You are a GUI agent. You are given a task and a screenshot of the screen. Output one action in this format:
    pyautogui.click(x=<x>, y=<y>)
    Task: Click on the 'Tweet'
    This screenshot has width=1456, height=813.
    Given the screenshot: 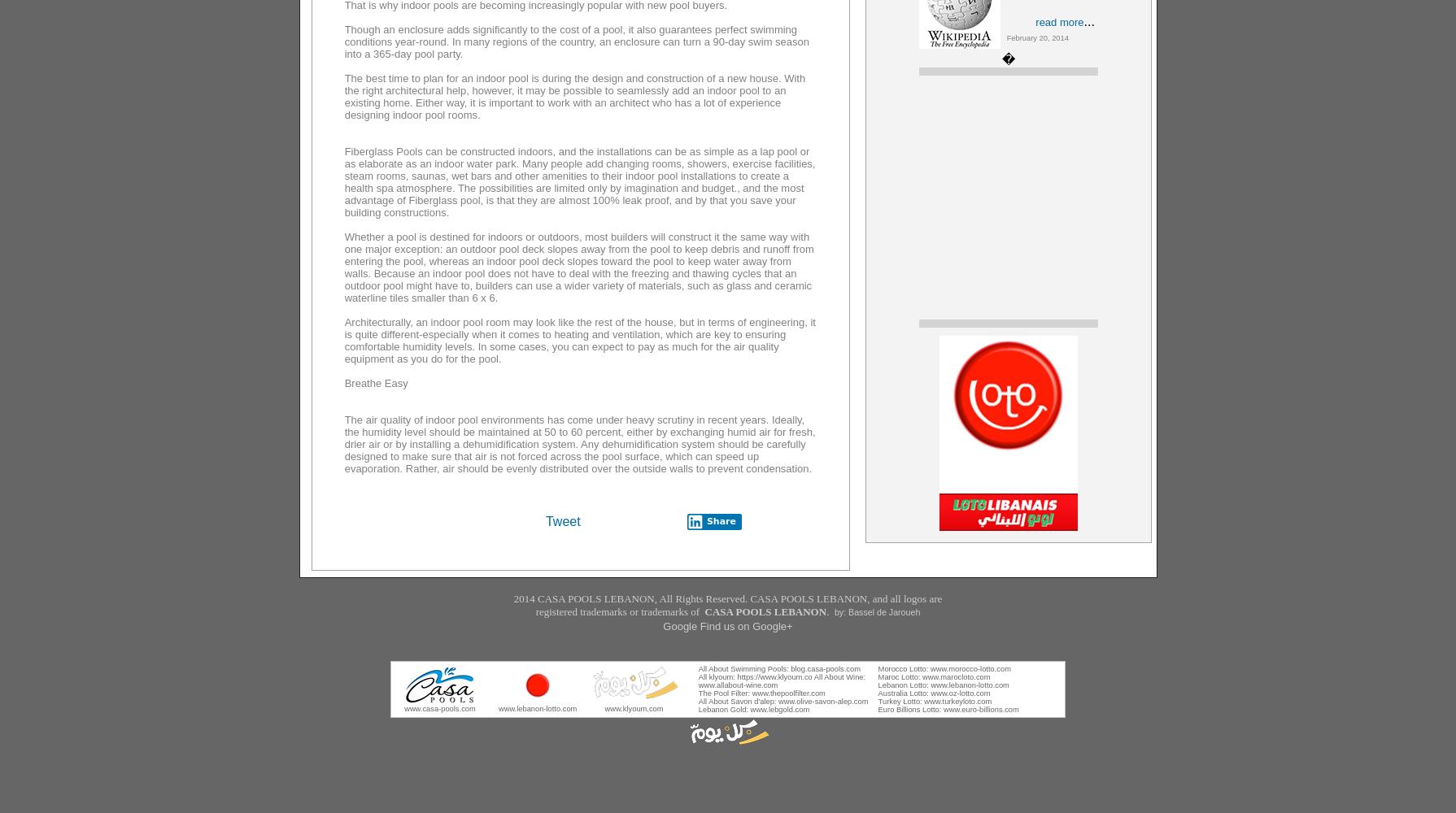 What is the action you would take?
    pyautogui.click(x=561, y=520)
    